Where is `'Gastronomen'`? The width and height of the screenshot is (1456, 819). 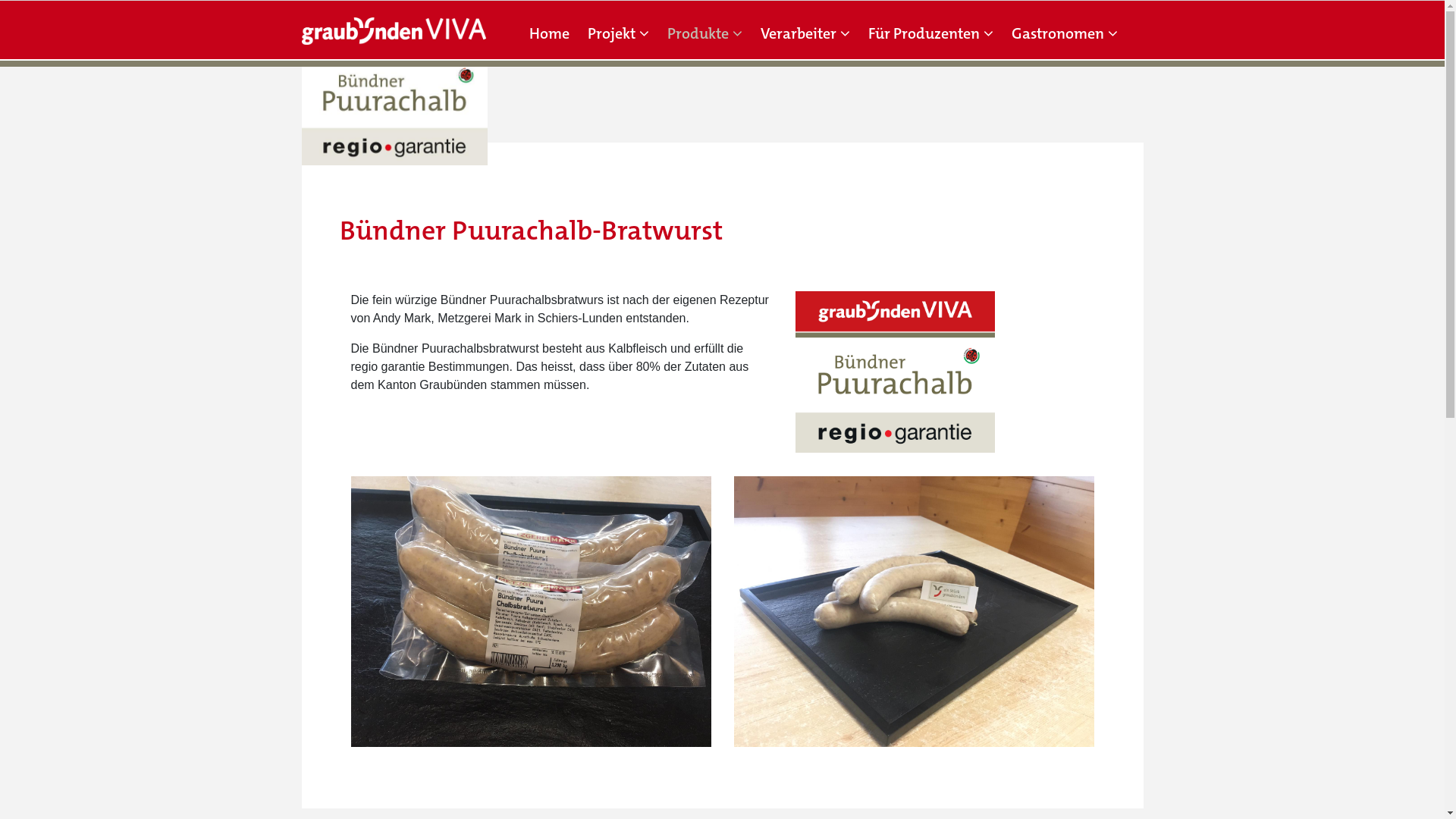
'Gastronomen' is located at coordinates (1063, 33).